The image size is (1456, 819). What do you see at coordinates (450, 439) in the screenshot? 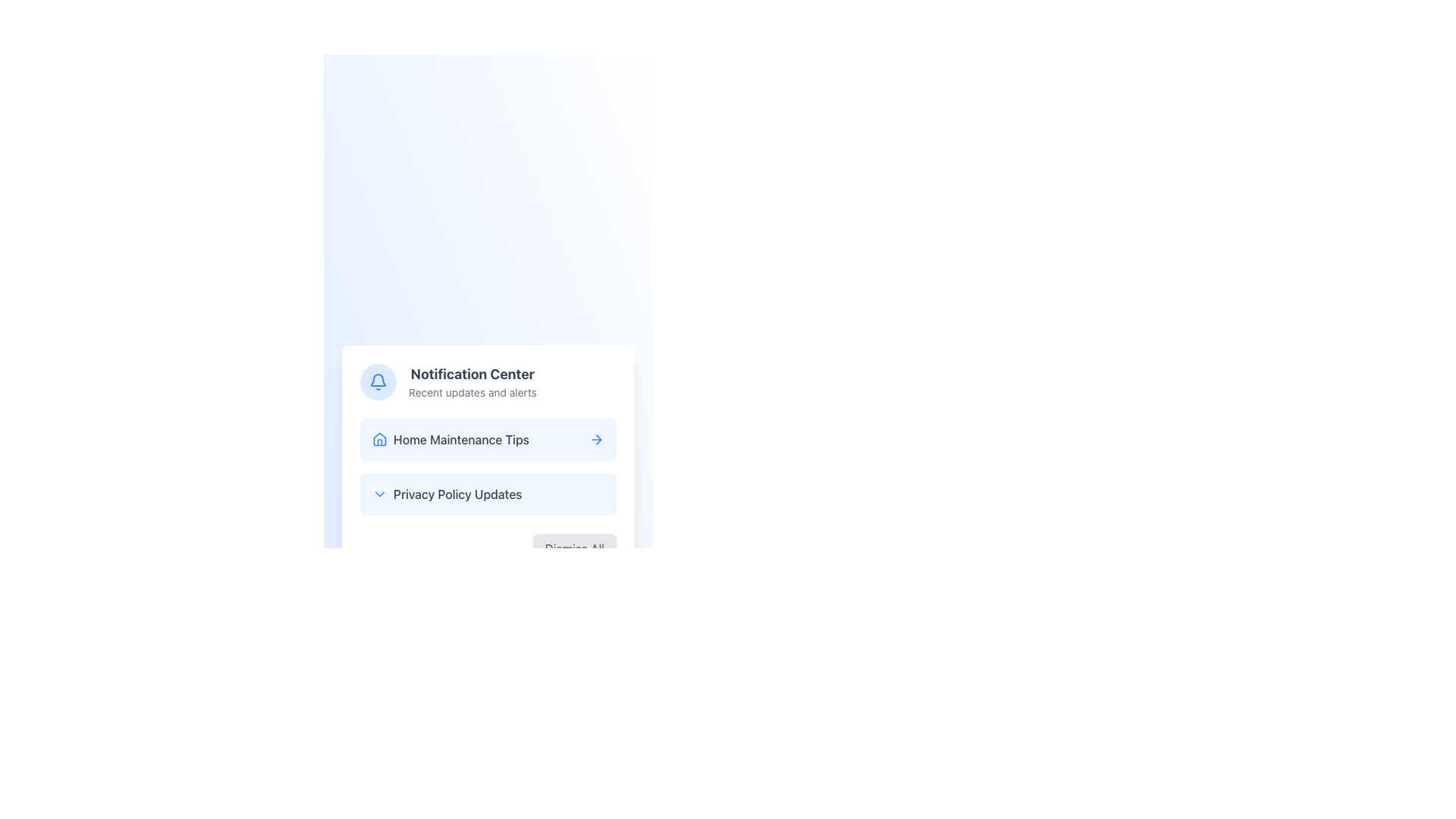
I see `the clickable list item with text and icon in the 'Notification Center' section` at bounding box center [450, 439].